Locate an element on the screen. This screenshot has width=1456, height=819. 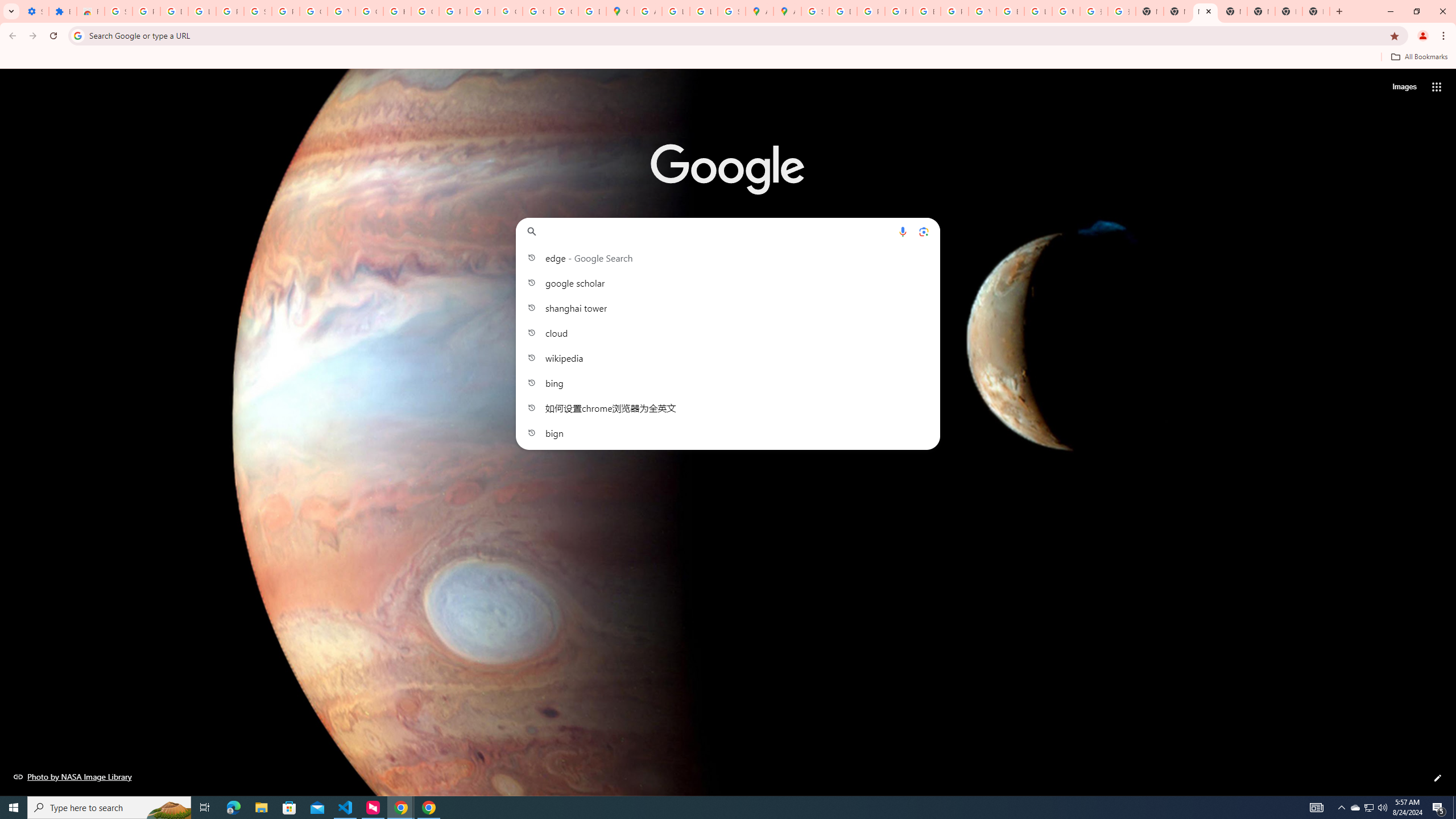
'Learn how to find your photos - Google Photos Help' is located at coordinates (201, 11).